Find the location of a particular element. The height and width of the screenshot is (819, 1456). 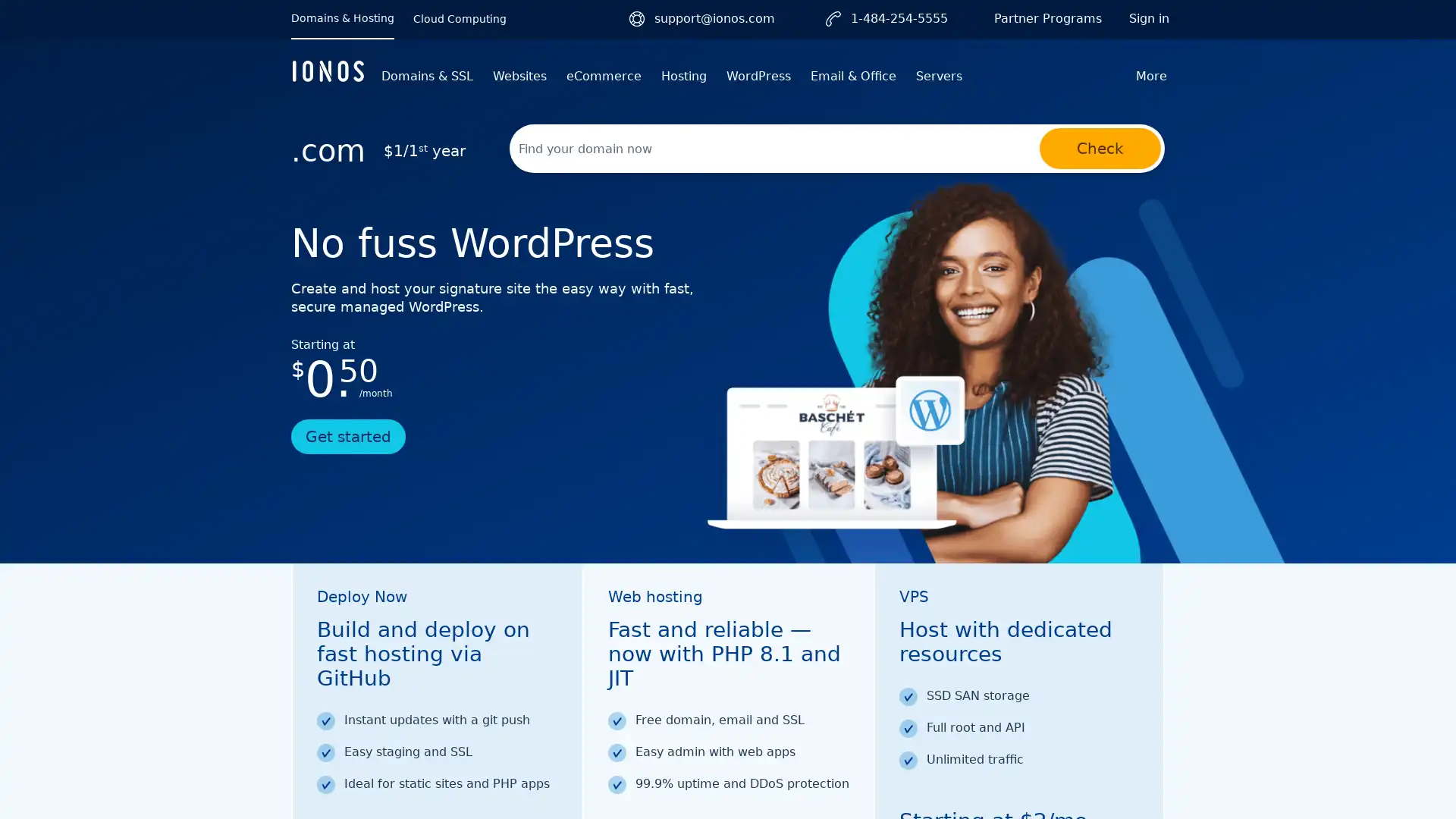

WordPress is located at coordinates (758, 76).